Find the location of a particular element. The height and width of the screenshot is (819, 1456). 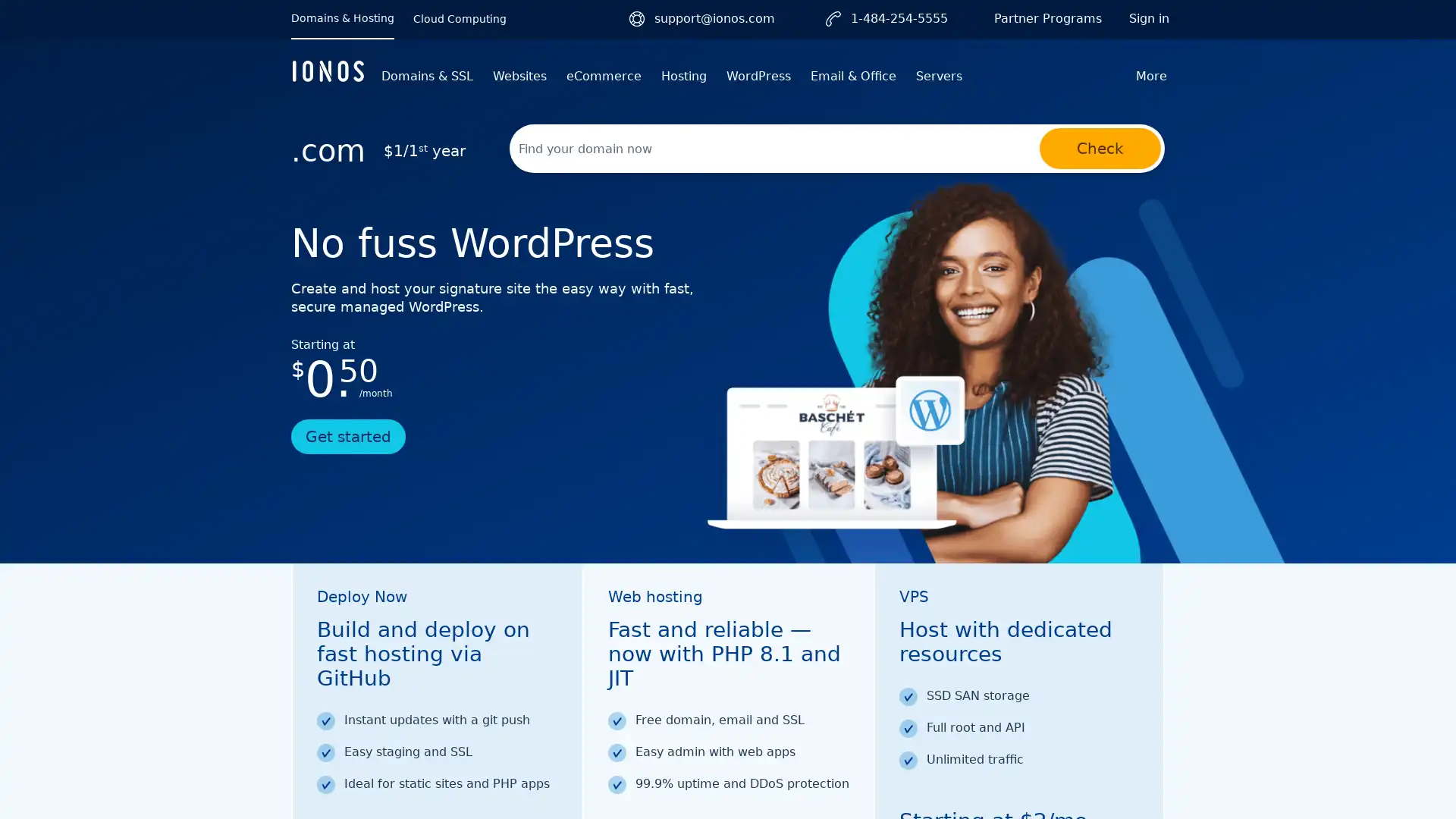

WordPress is located at coordinates (758, 76).